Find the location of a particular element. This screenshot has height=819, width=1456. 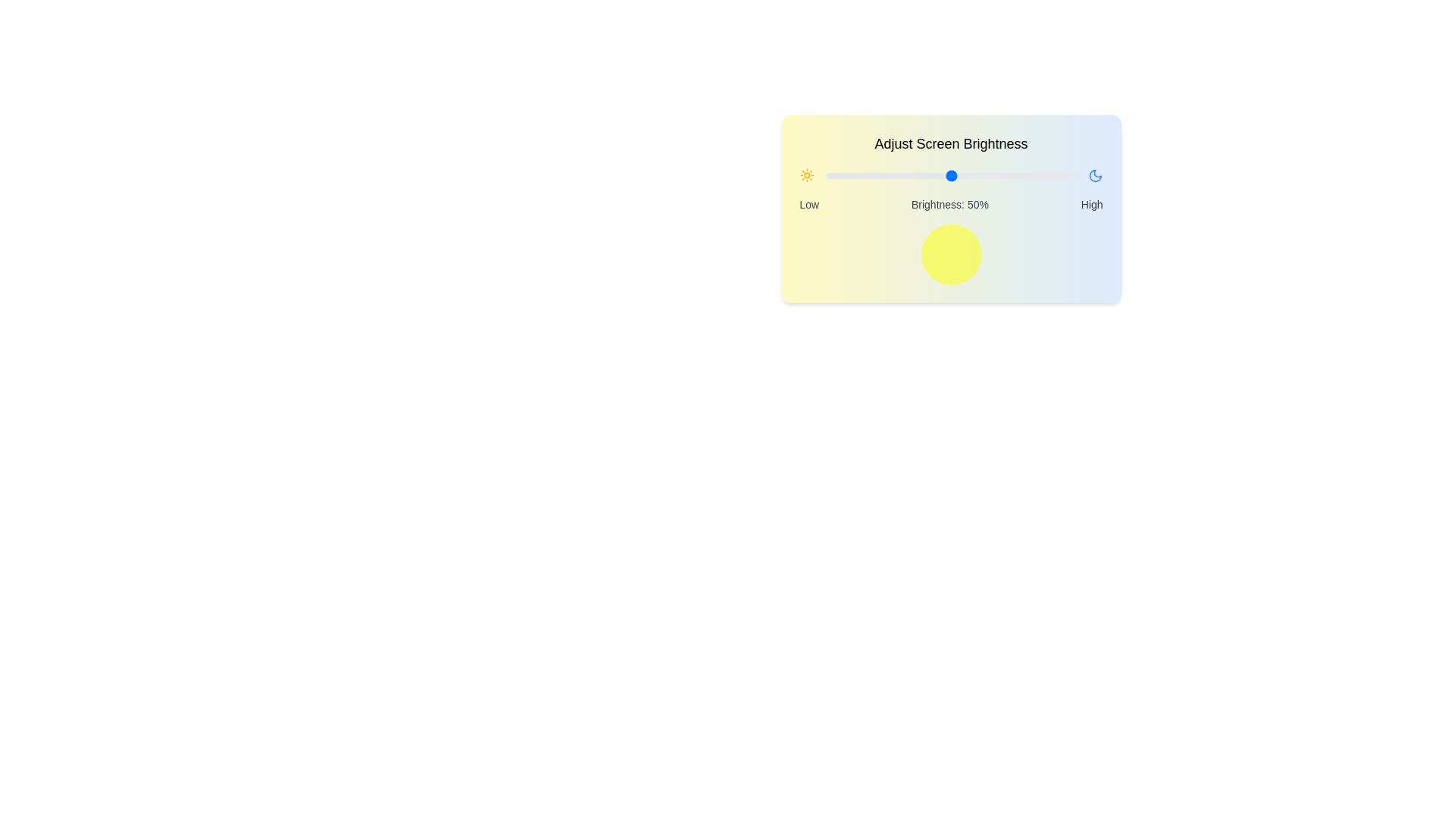

the brightness slider to 83% is located at coordinates (1033, 174).